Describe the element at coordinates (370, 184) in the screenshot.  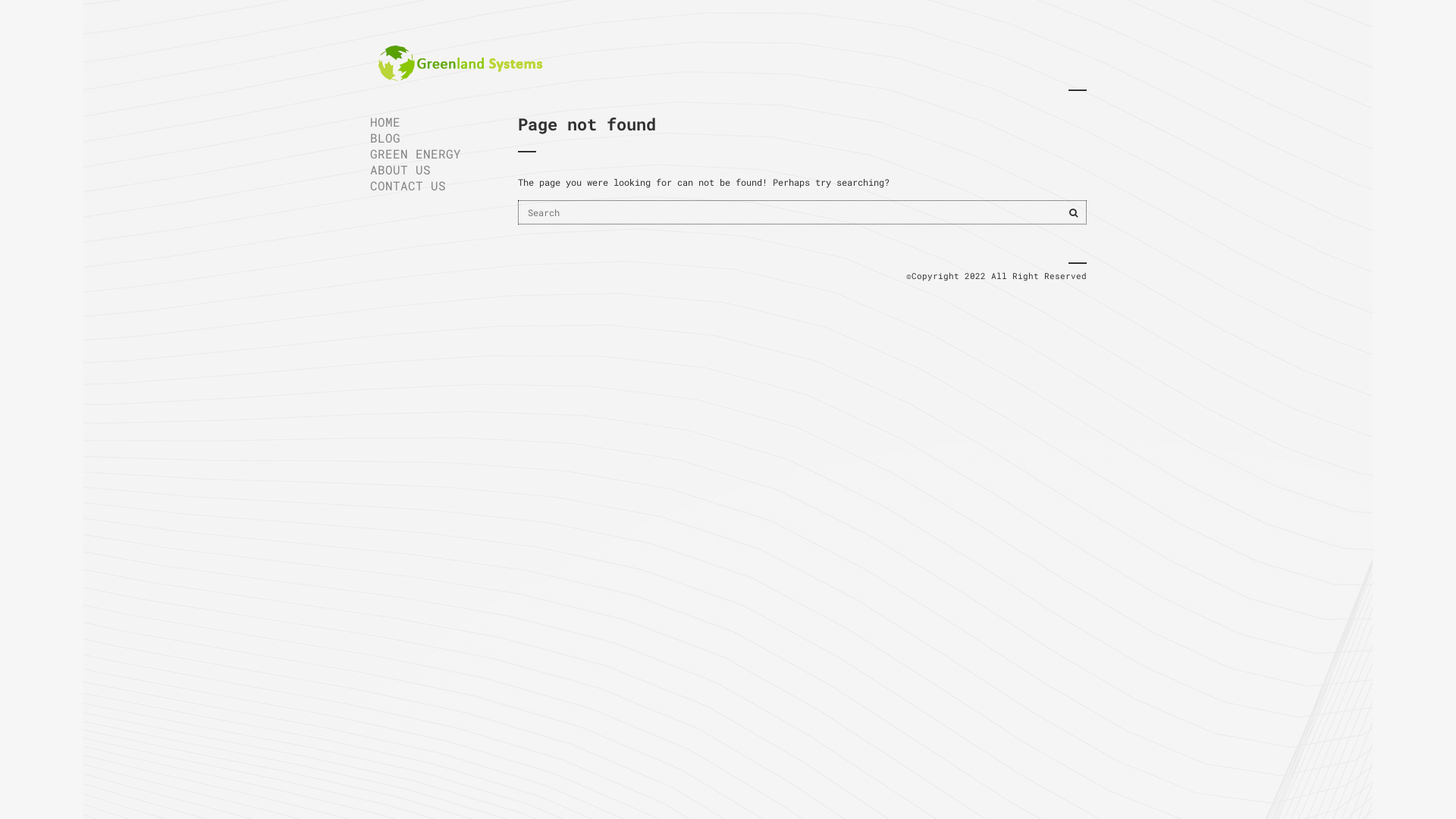
I see `'CONTACT US'` at that location.